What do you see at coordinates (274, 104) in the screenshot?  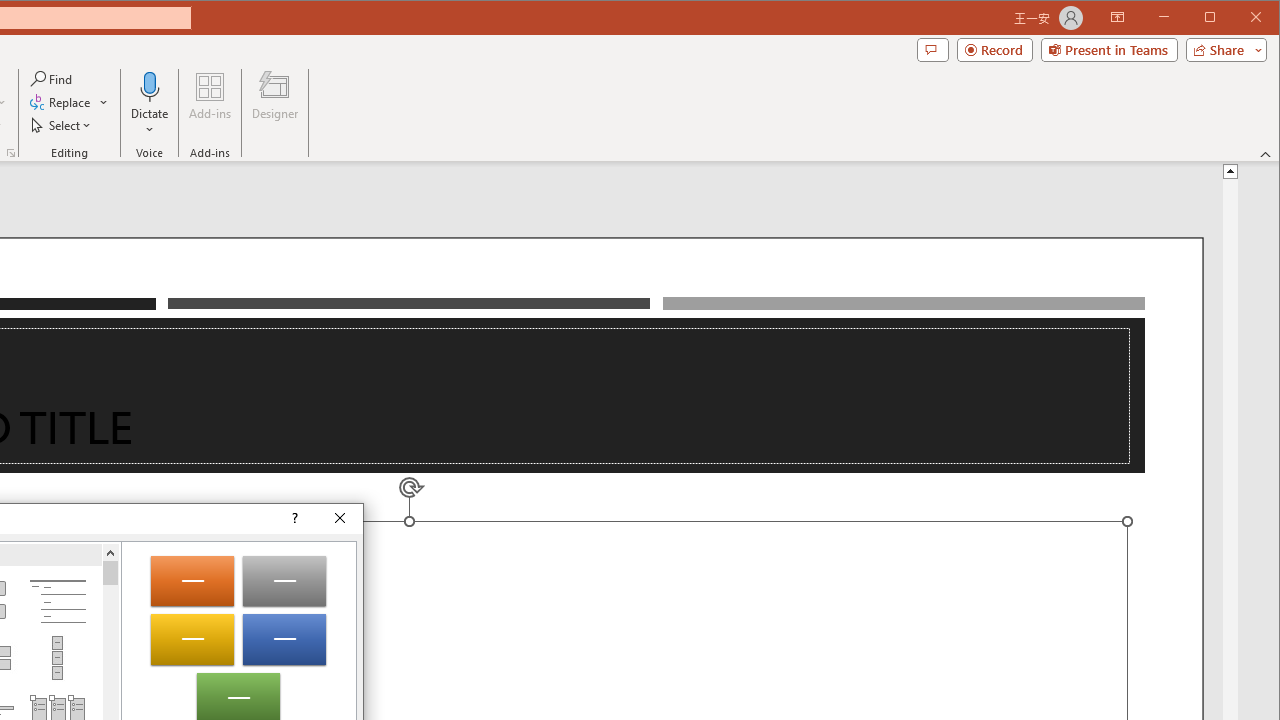 I see `'Designer'` at bounding box center [274, 104].